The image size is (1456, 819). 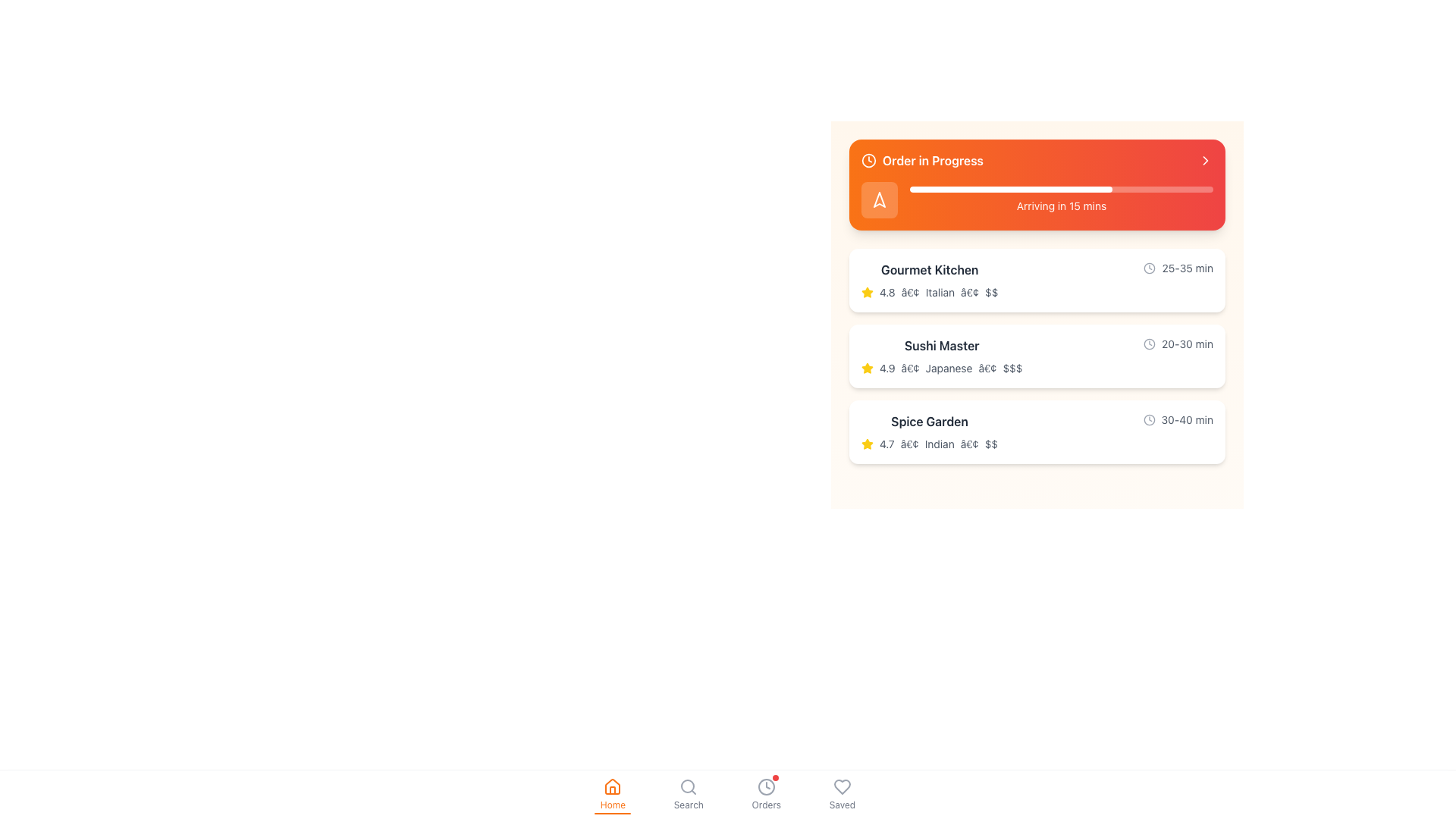 What do you see at coordinates (909, 444) in the screenshot?
I see `the second separator dot in the 'Spice Garden' row, which separates 'Indian' and '$$'` at bounding box center [909, 444].